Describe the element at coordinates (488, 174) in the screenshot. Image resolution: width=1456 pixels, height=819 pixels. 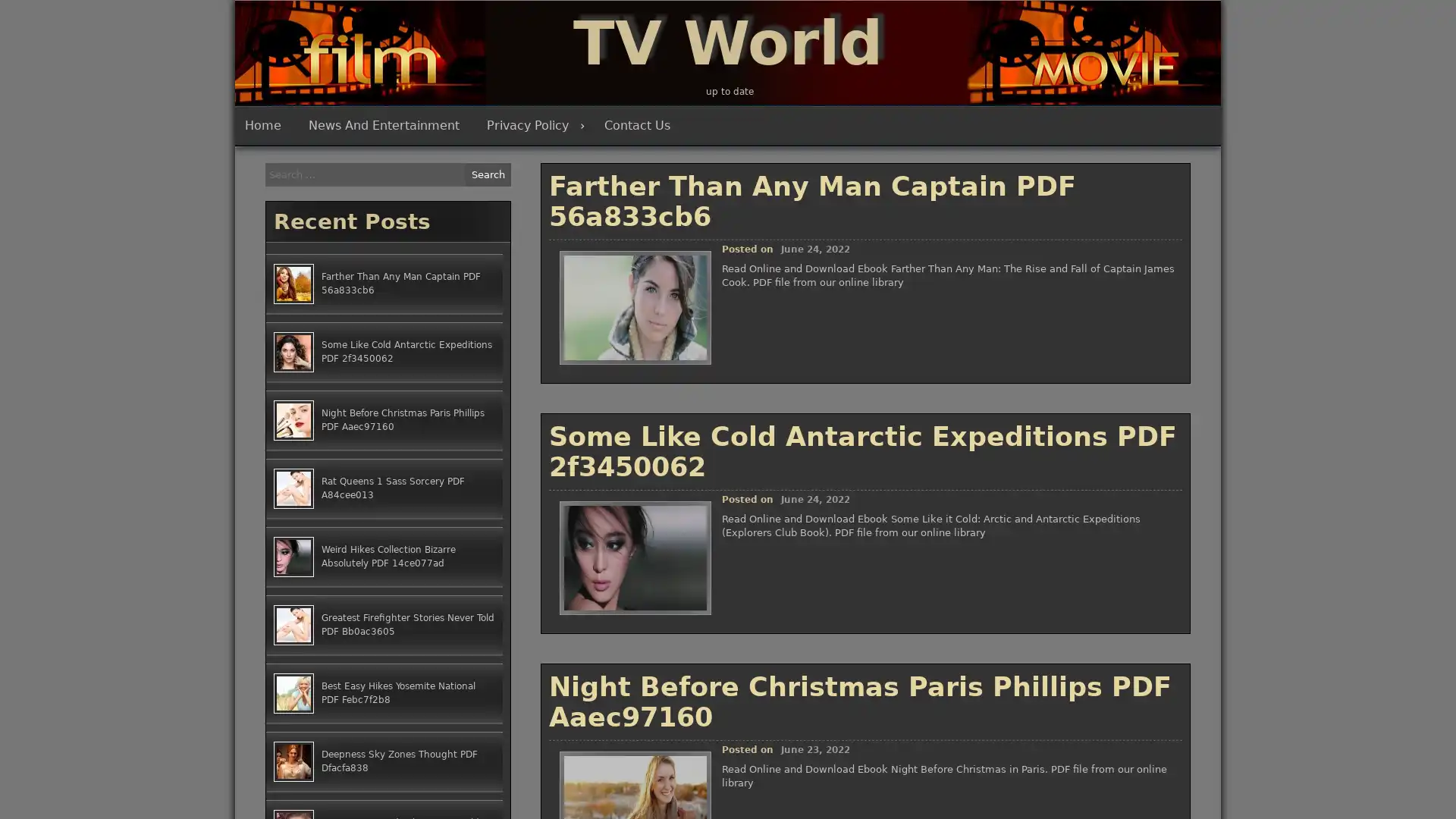
I see `Search` at that location.